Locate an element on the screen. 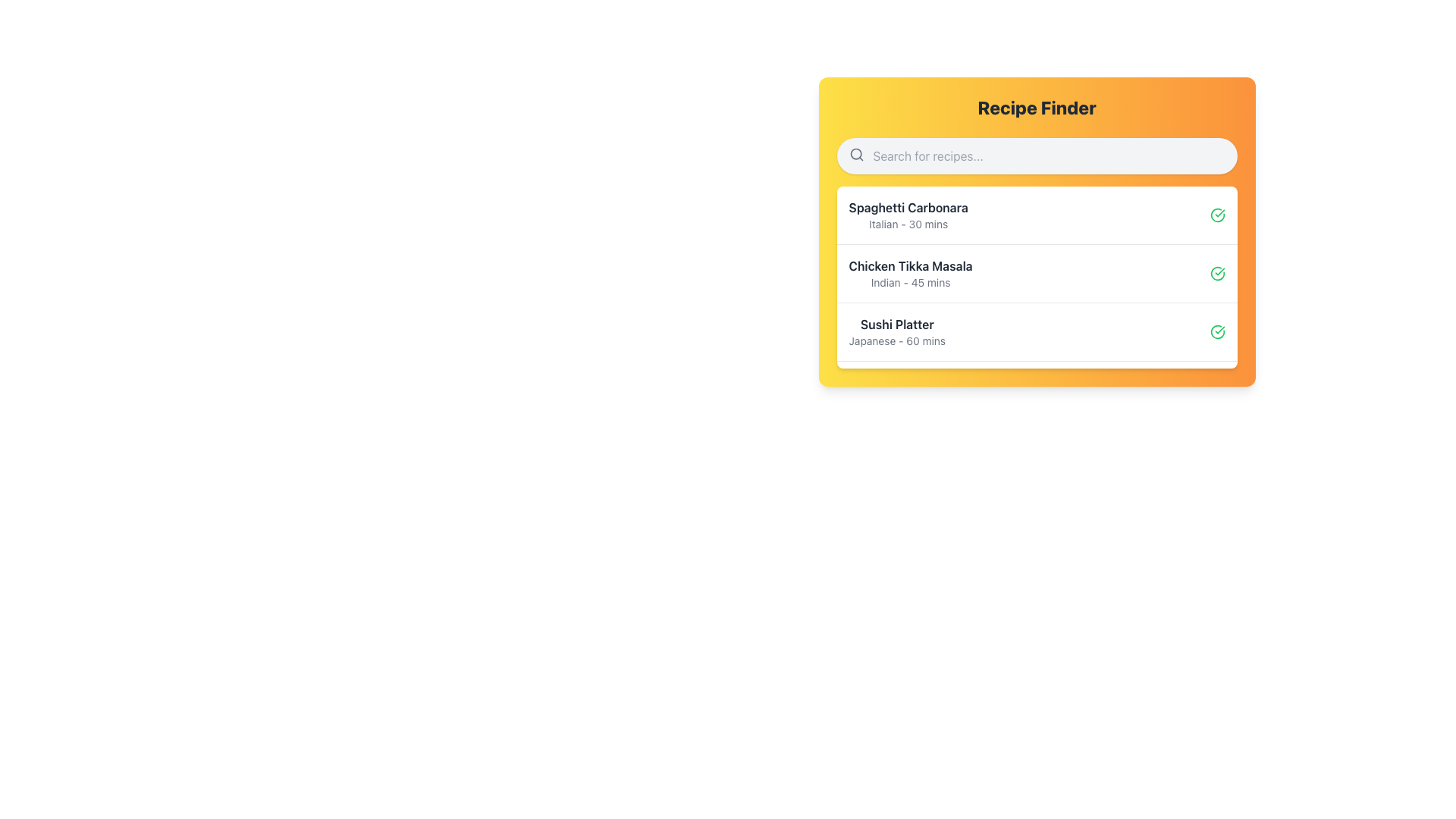  the Text Label that provides additional information about the dish, specifically its cuisine type ('Italian') and preparation time ('30 mins'), located directly underneath the 'Spaghetti Carbonara' label in the 'Recipe Finder' interface is located at coordinates (908, 224).